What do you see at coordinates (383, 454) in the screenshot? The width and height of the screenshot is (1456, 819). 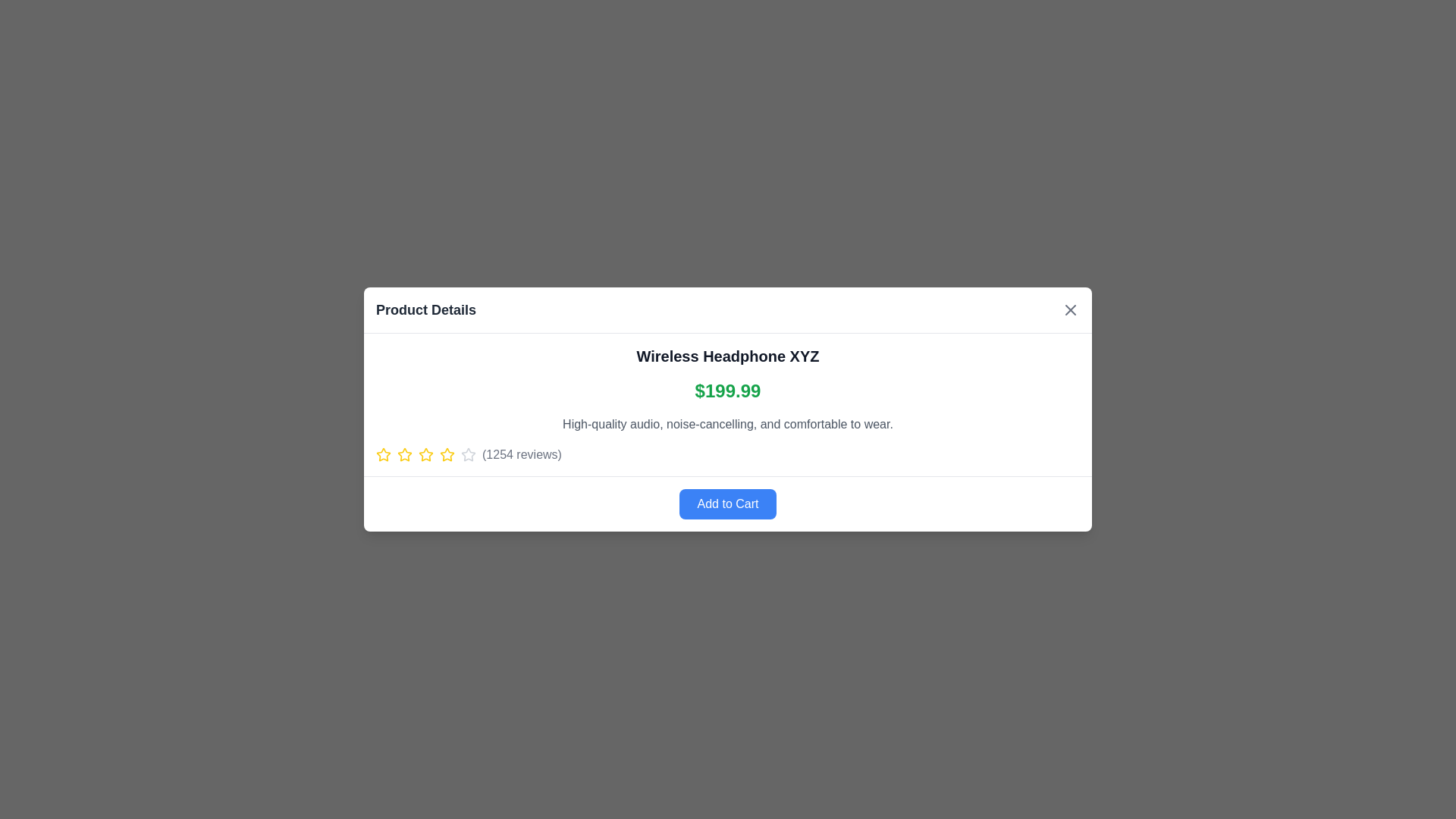 I see `the first star icon in the five-star rating system, which is located immediately before the text '(1254 reviews)'` at bounding box center [383, 454].